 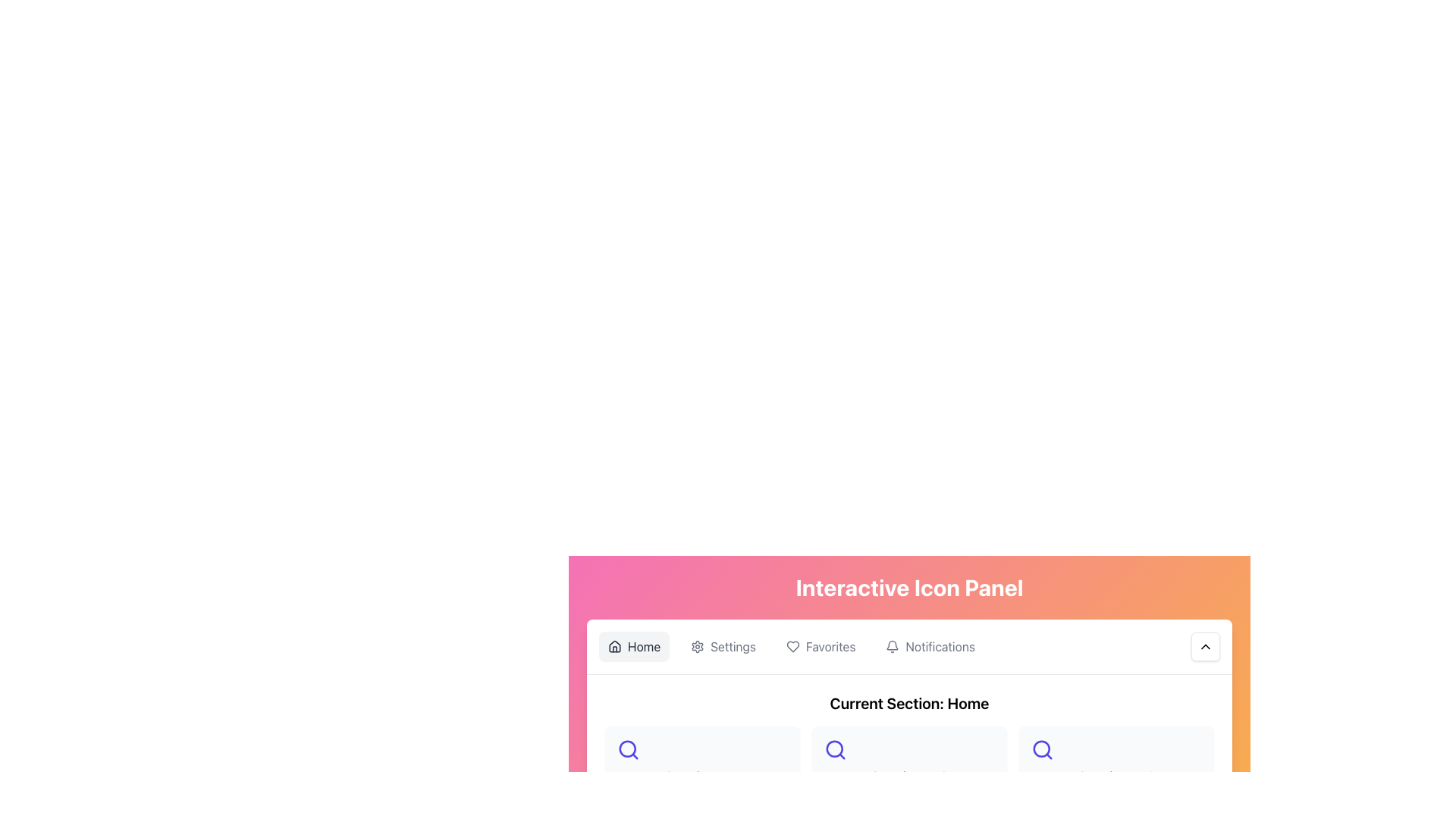 What do you see at coordinates (930, 646) in the screenshot?
I see `the 'Notifications' button located at the far right of the navigation bar, which features a bell icon and the label 'Notifications' in a small, gray font, to change its background` at bounding box center [930, 646].